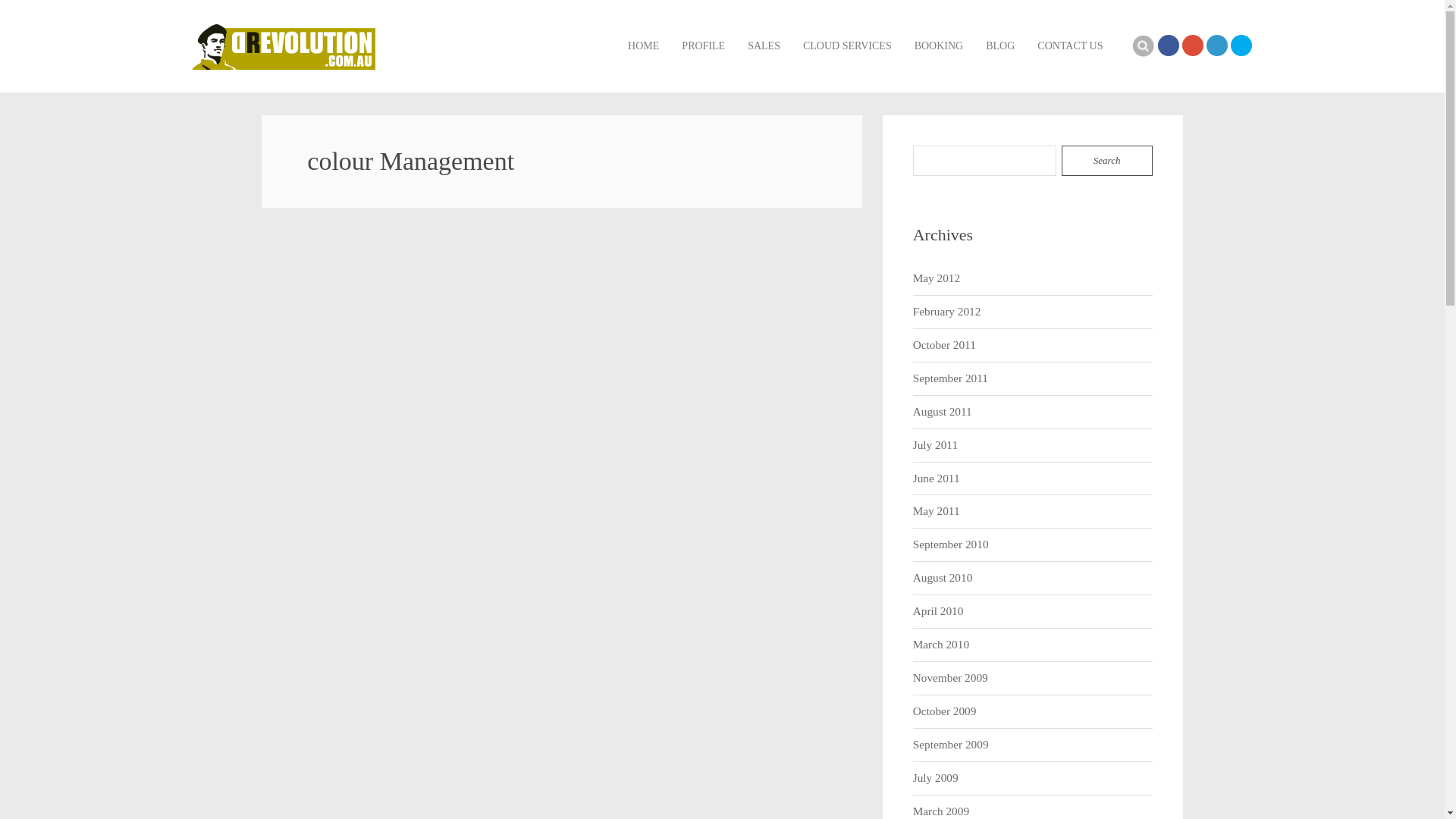  Describe the element at coordinates (985, 161) in the screenshot. I see `'Search for:'` at that location.